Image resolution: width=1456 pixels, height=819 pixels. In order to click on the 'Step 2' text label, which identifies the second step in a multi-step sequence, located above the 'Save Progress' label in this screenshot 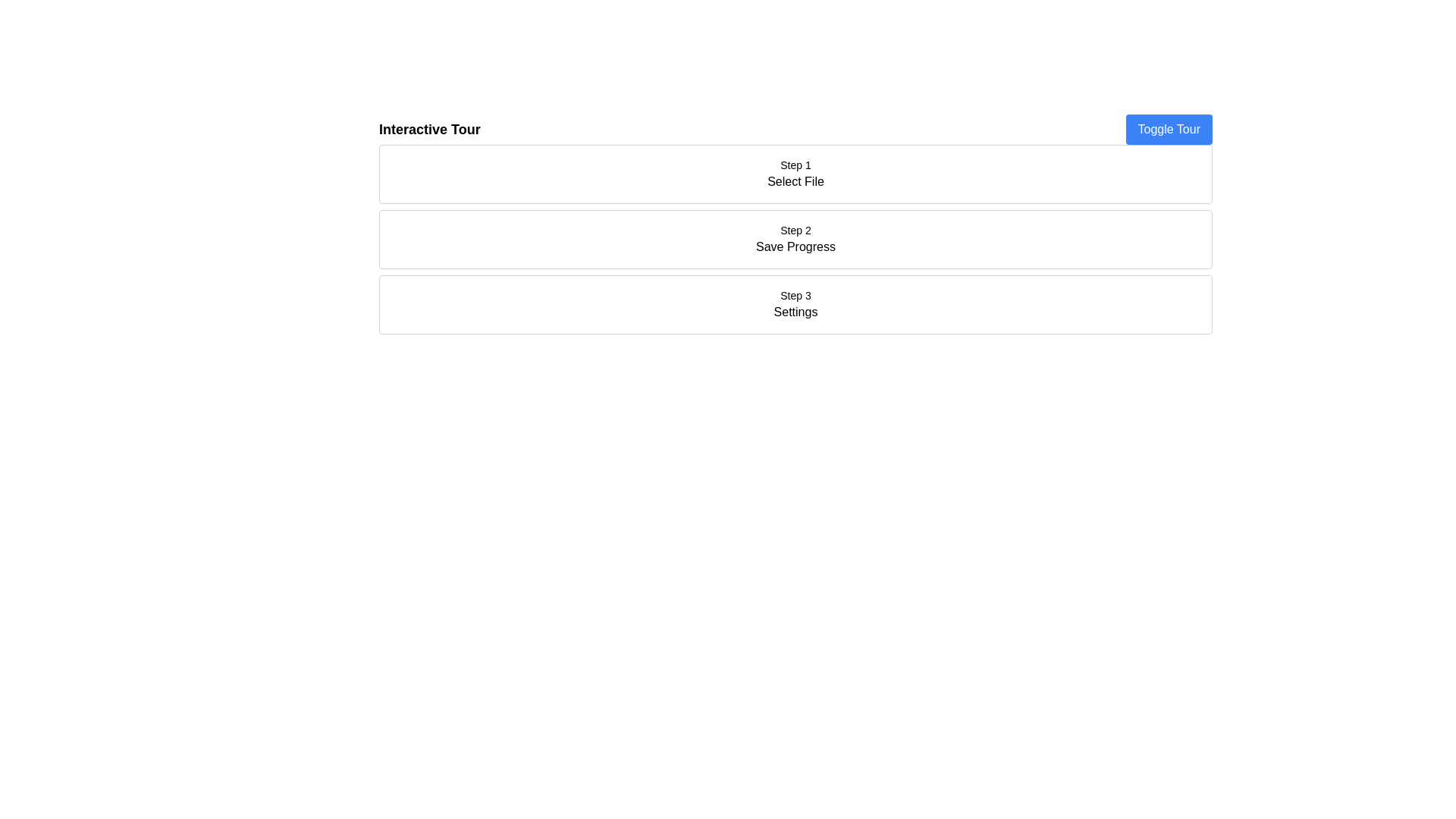, I will do `click(795, 231)`.